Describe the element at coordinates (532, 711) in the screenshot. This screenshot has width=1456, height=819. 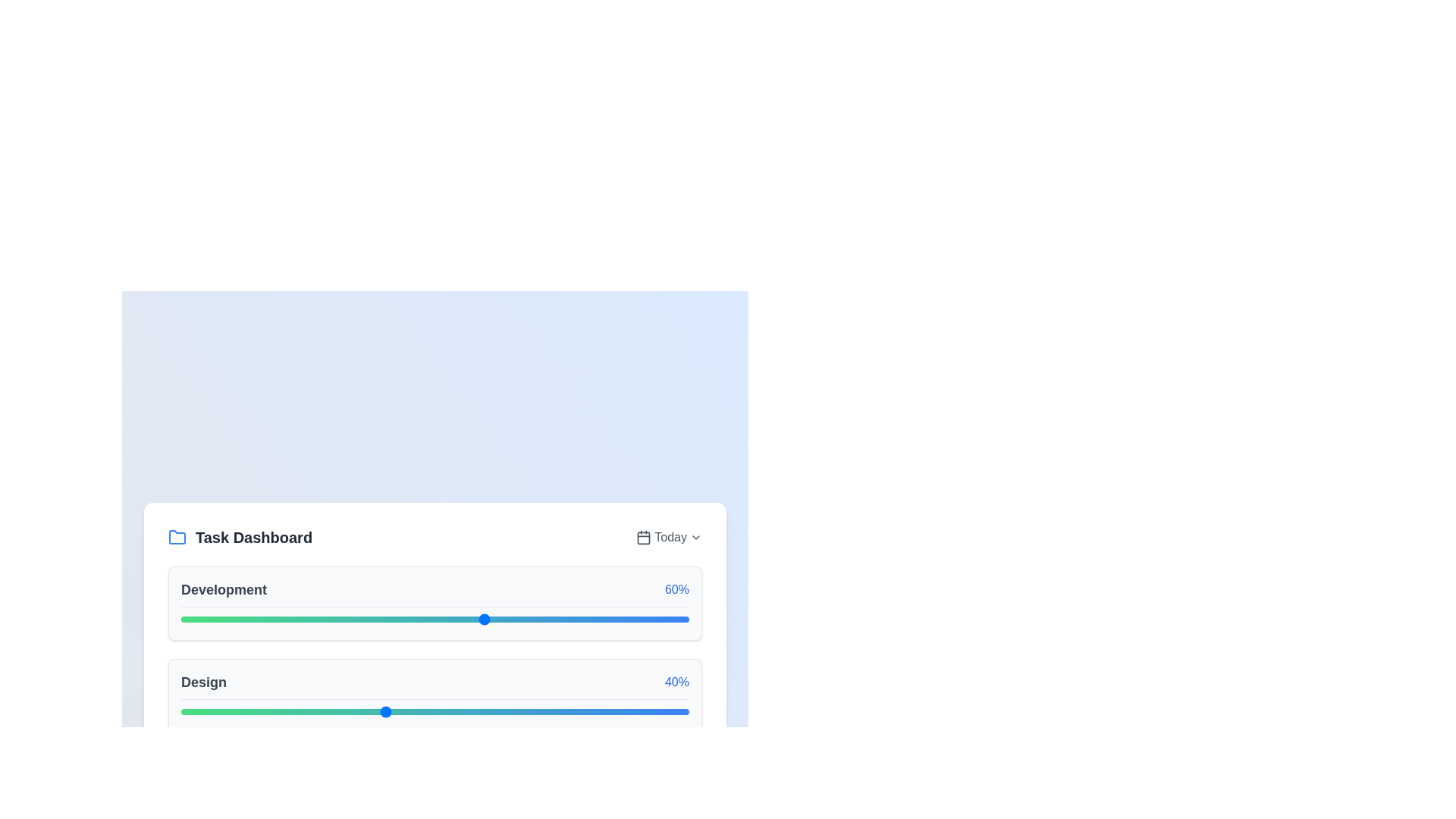
I see `the progress of the 'Design' slider` at that location.